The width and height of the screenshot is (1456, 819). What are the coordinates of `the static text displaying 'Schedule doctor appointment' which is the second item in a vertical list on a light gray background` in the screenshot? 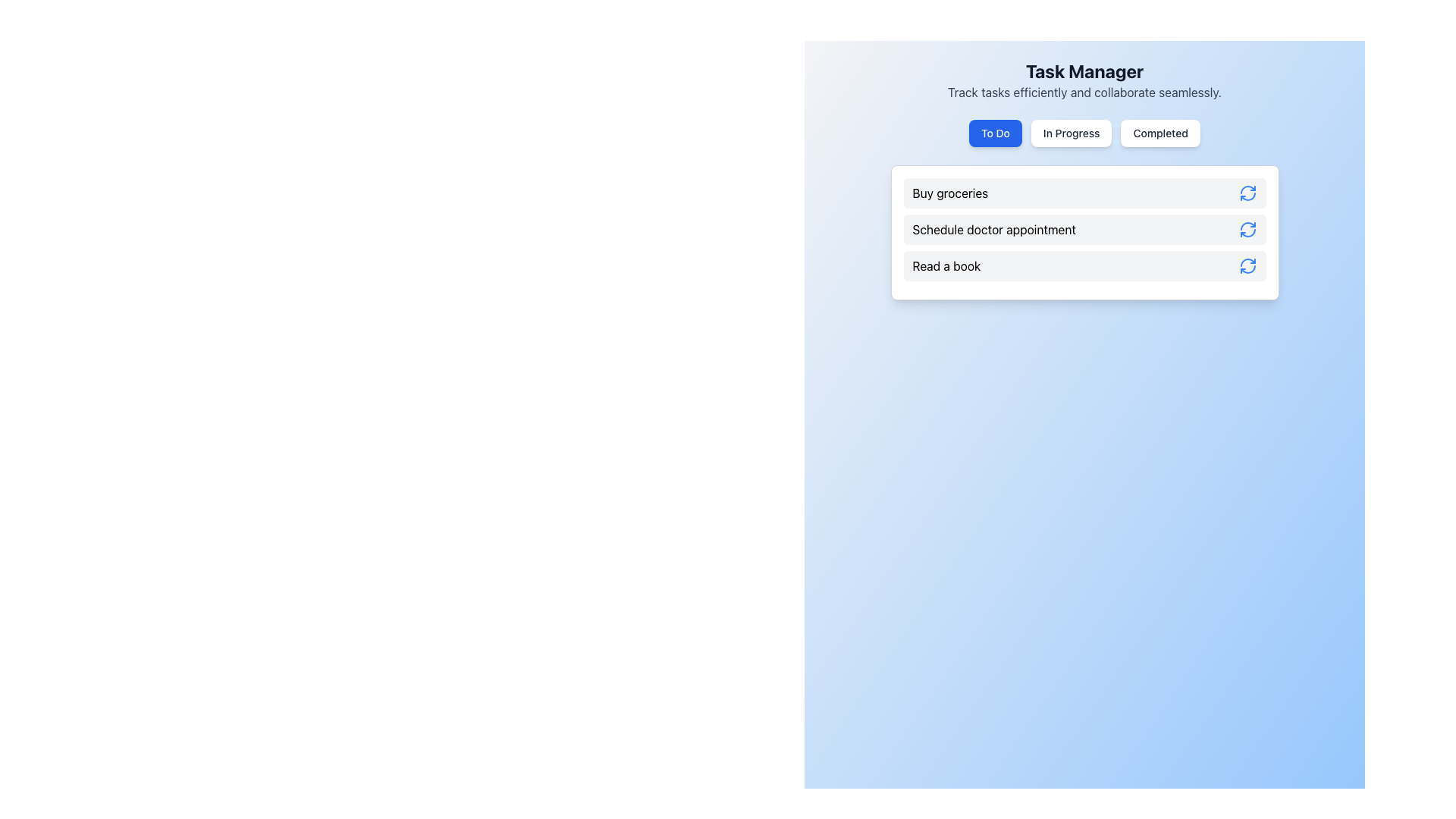 It's located at (994, 230).